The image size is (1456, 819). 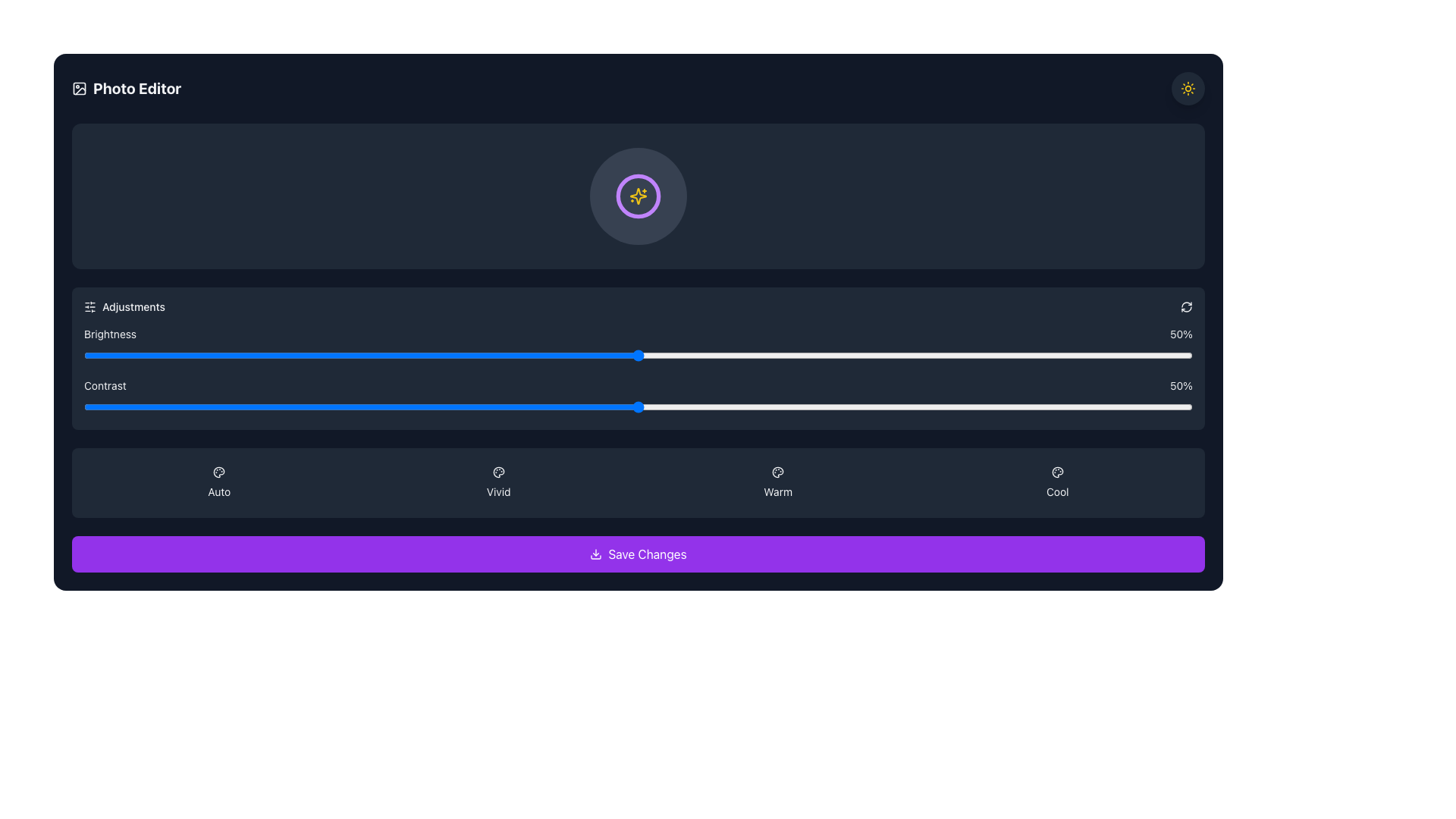 I want to click on contrast, so click(x=394, y=406).